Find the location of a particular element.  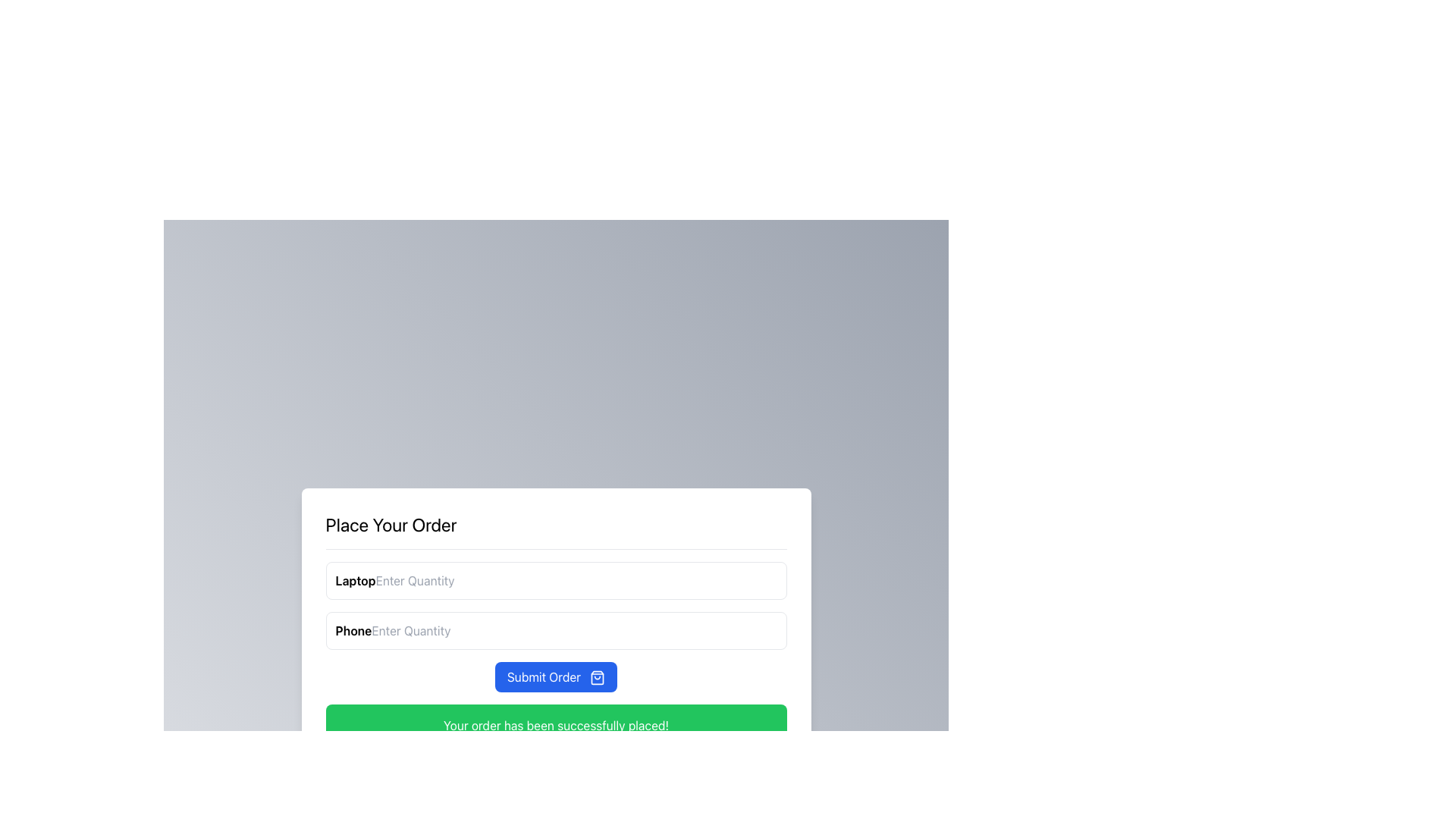

keyboard navigation is located at coordinates (437, 630).